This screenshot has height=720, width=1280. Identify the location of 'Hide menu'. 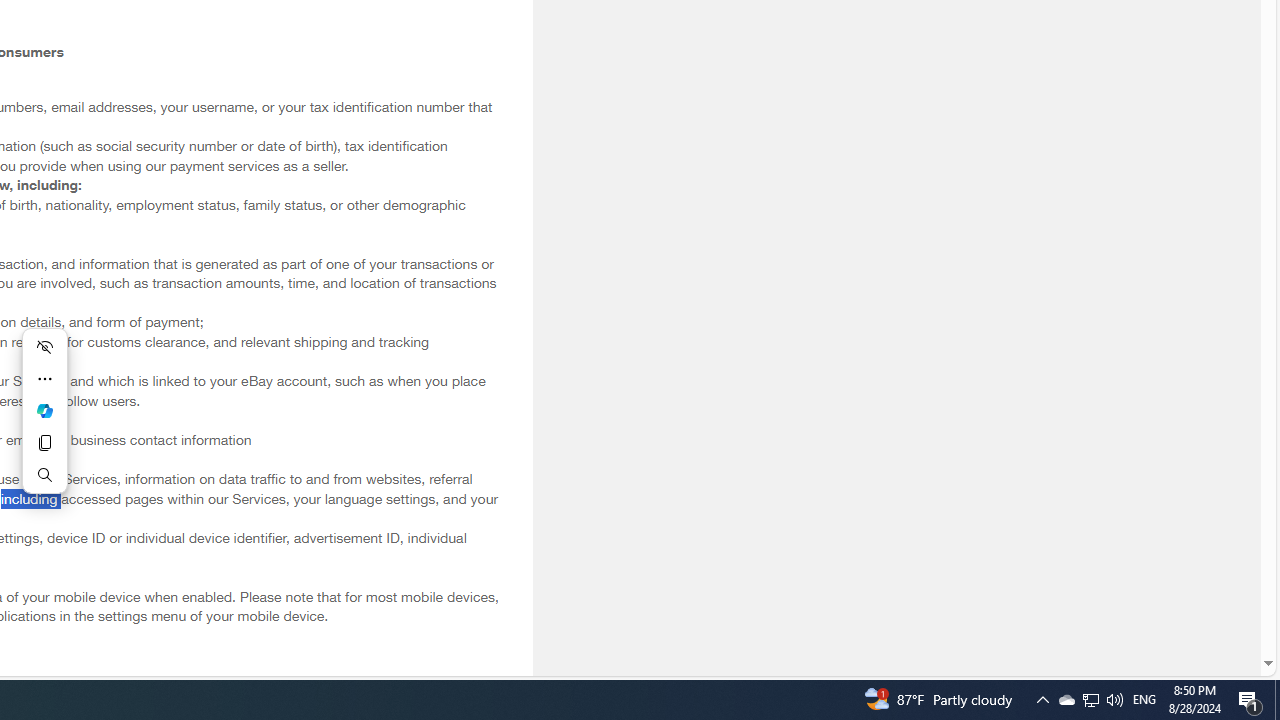
(44, 346).